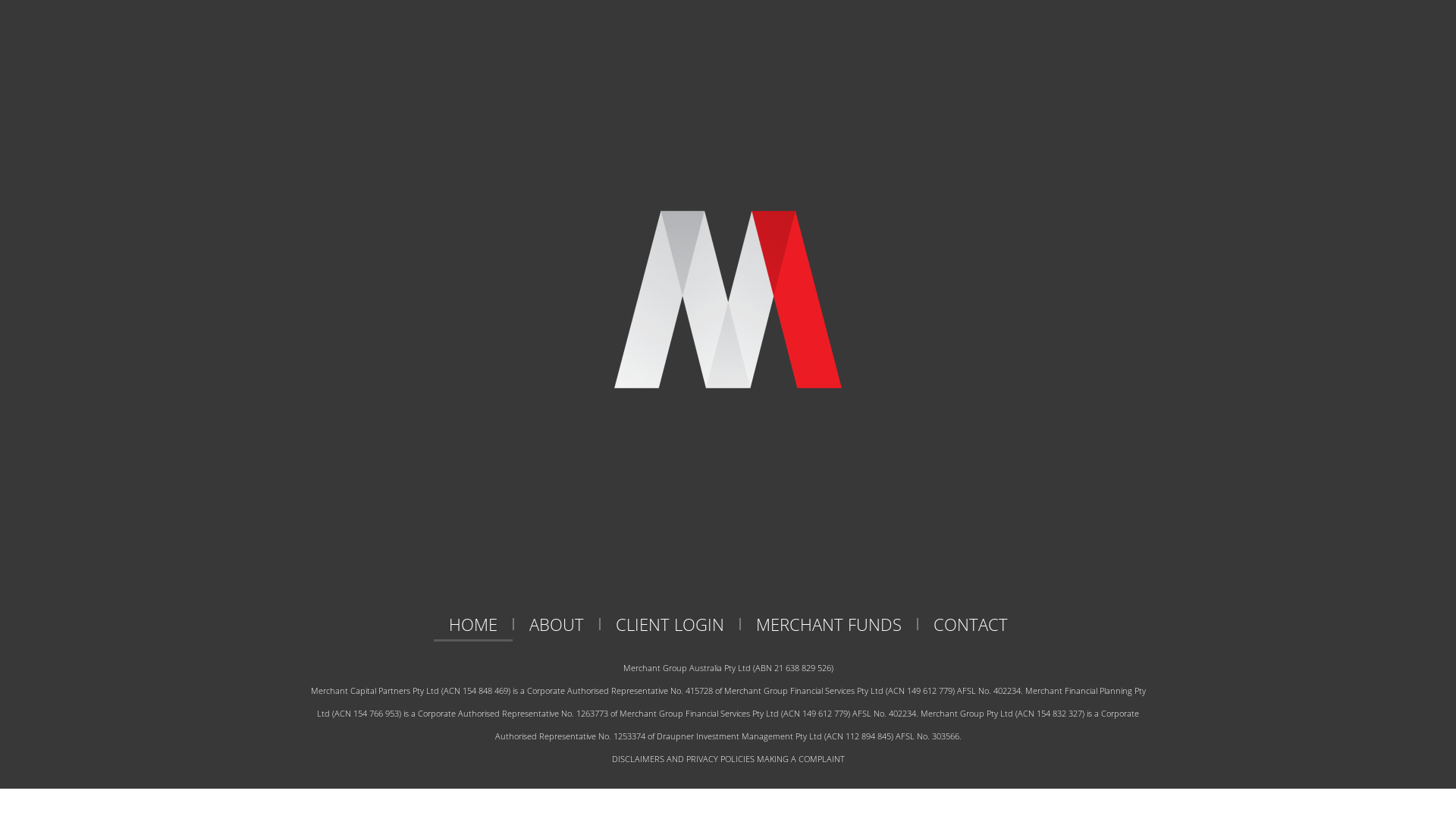 The height and width of the screenshot is (819, 1456). I want to click on 'MAKING A COMPLAINT', so click(757, 758).